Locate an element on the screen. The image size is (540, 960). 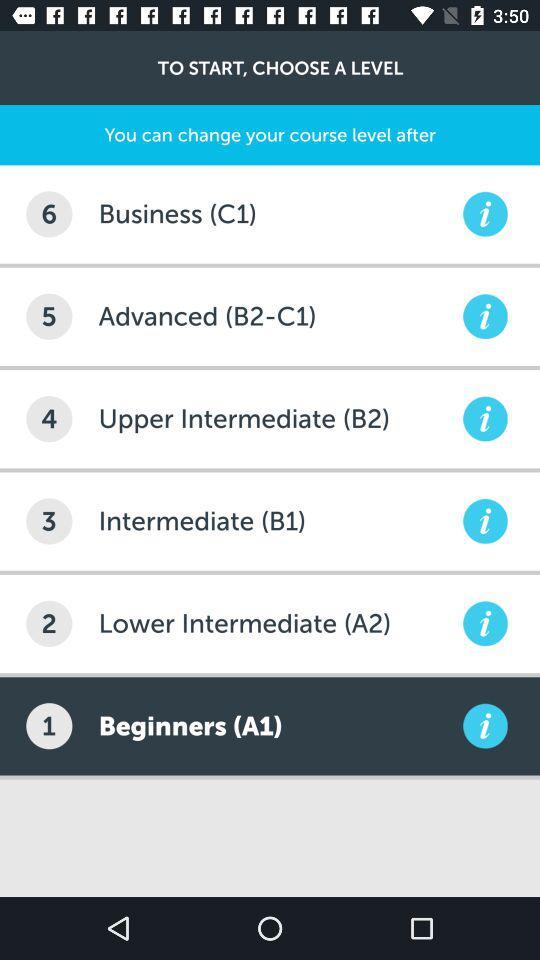
item at the bottom left corner is located at coordinates (49, 725).